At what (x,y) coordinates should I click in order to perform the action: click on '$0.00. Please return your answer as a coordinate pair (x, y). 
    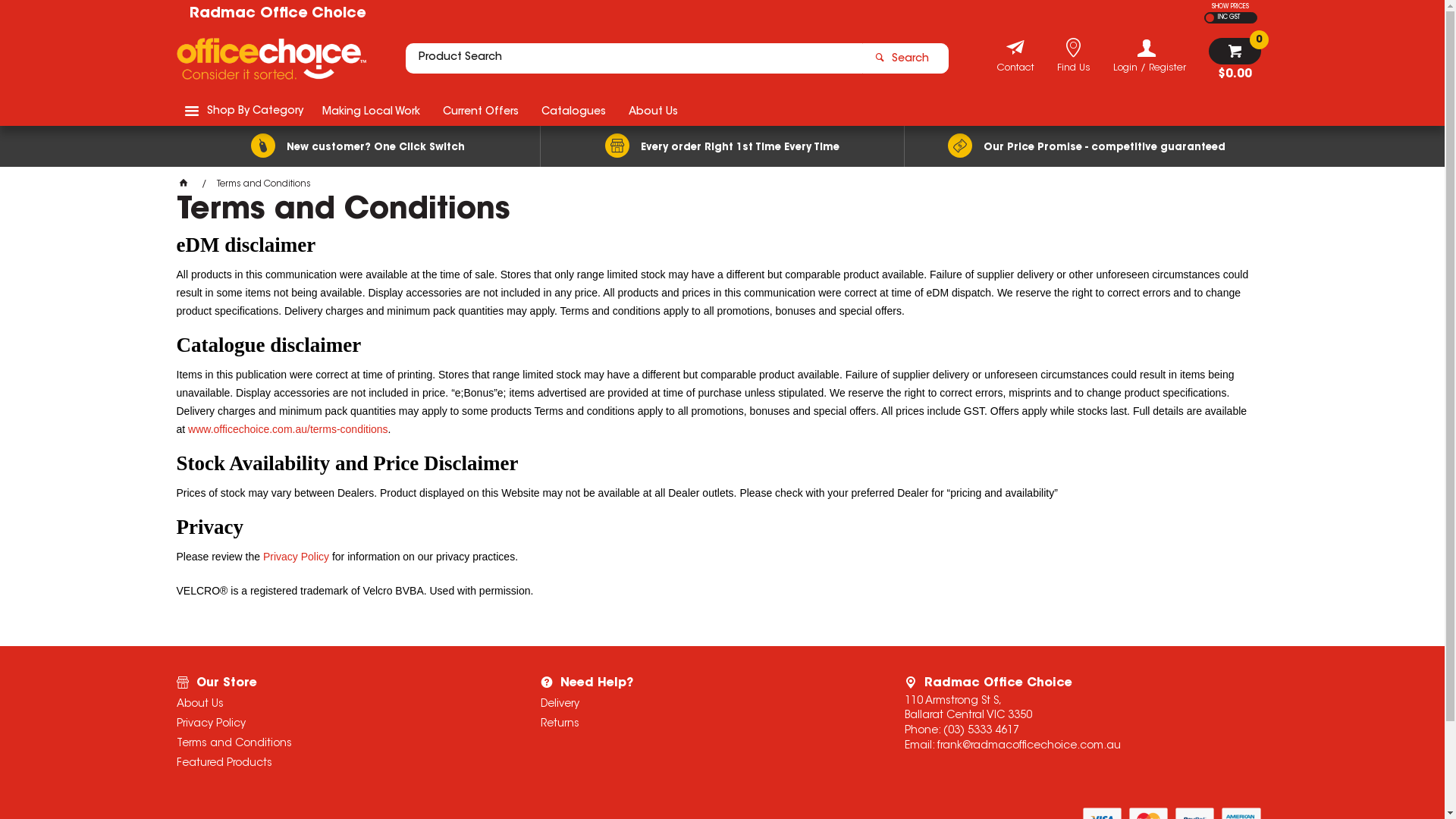
    Looking at the image, I should click on (1235, 58).